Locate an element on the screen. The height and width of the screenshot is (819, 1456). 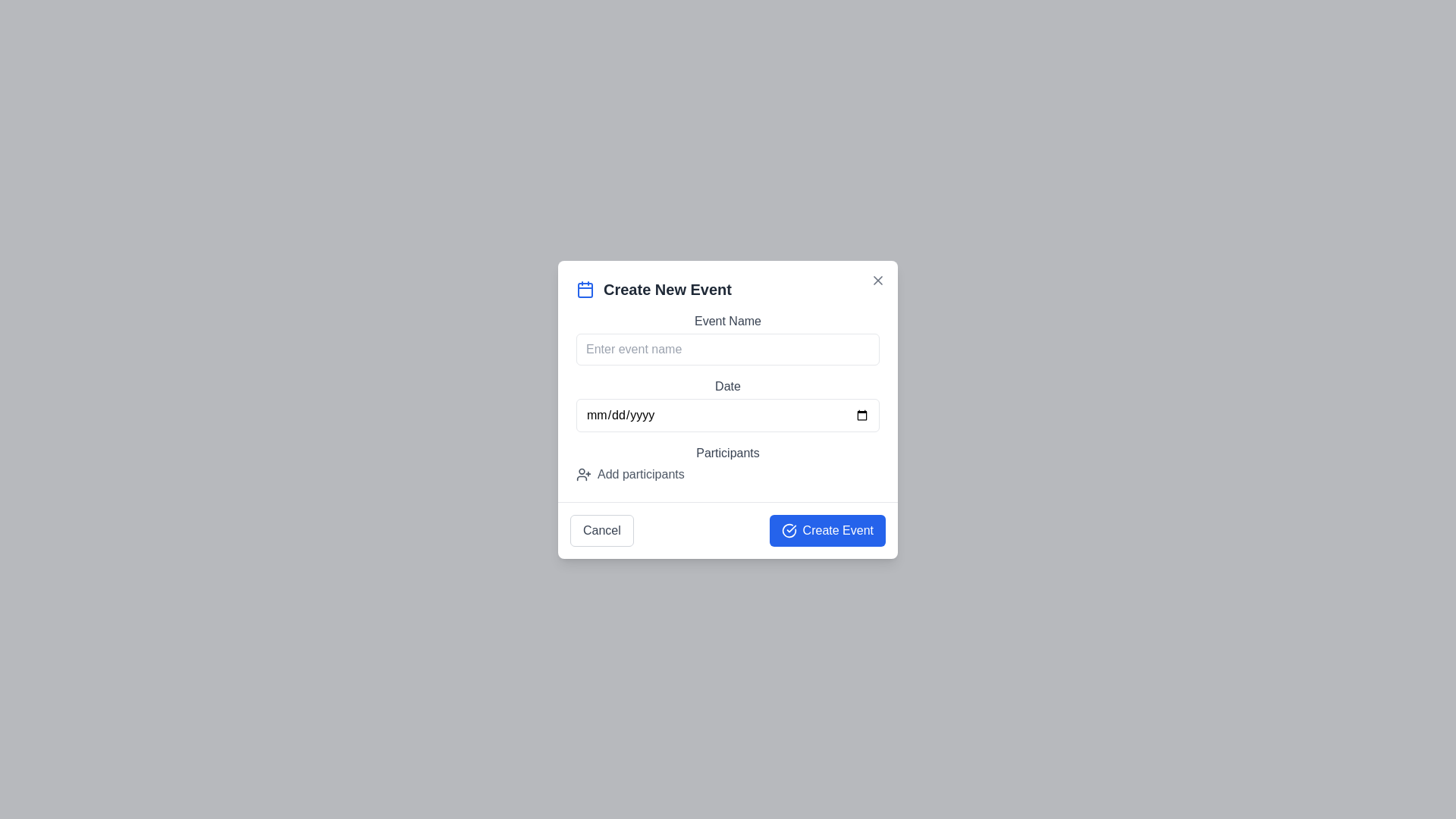
the calendar icon, styled with rounded corners and horizontal lines, located to the left of the heading 'Create New Event' in the top-left corner of the modal dialog is located at coordinates (585, 289).